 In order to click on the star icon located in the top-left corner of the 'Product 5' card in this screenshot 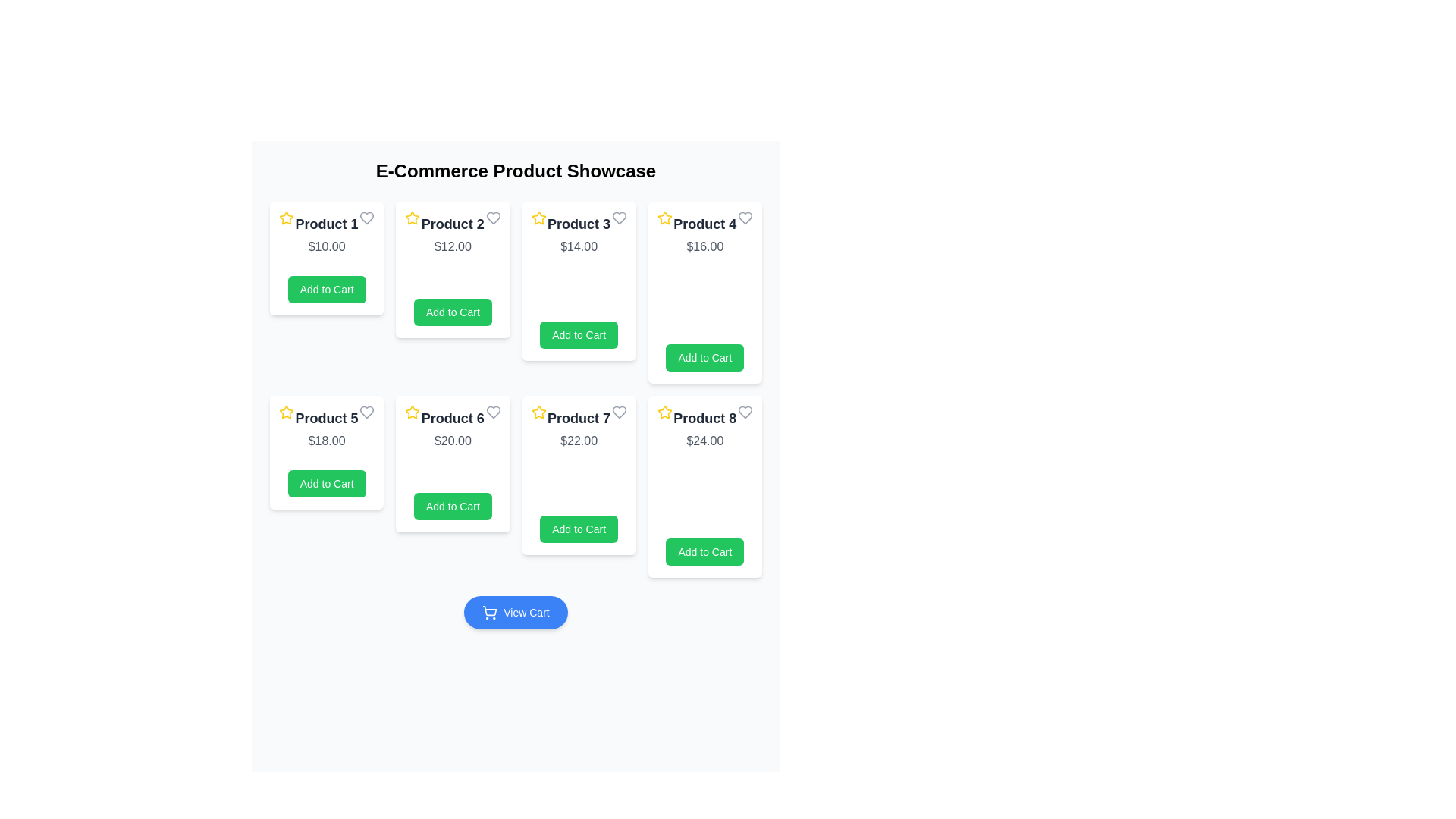, I will do `click(287, 412)`.